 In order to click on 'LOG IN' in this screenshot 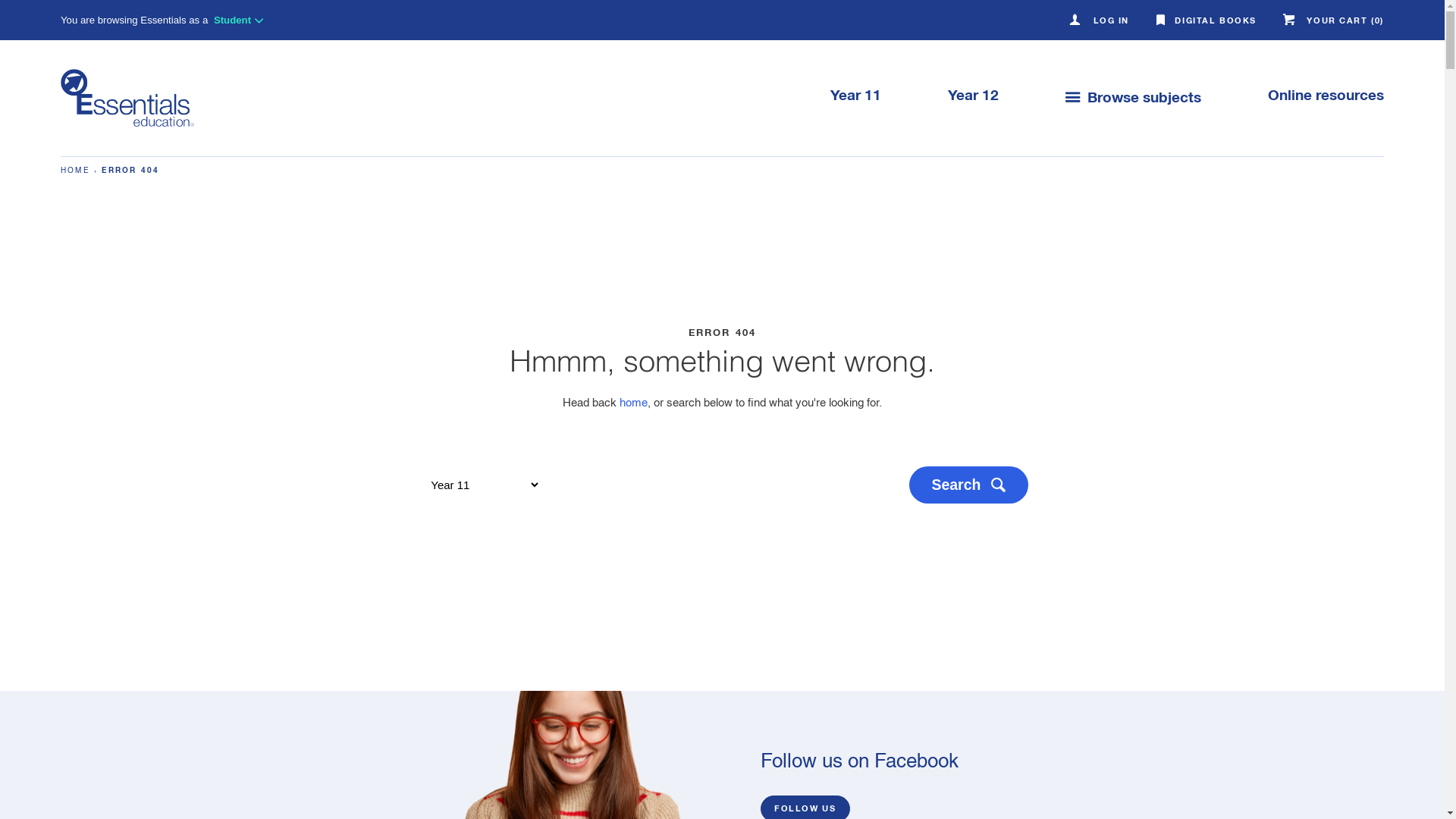, I will do `click(1100, 21)`.